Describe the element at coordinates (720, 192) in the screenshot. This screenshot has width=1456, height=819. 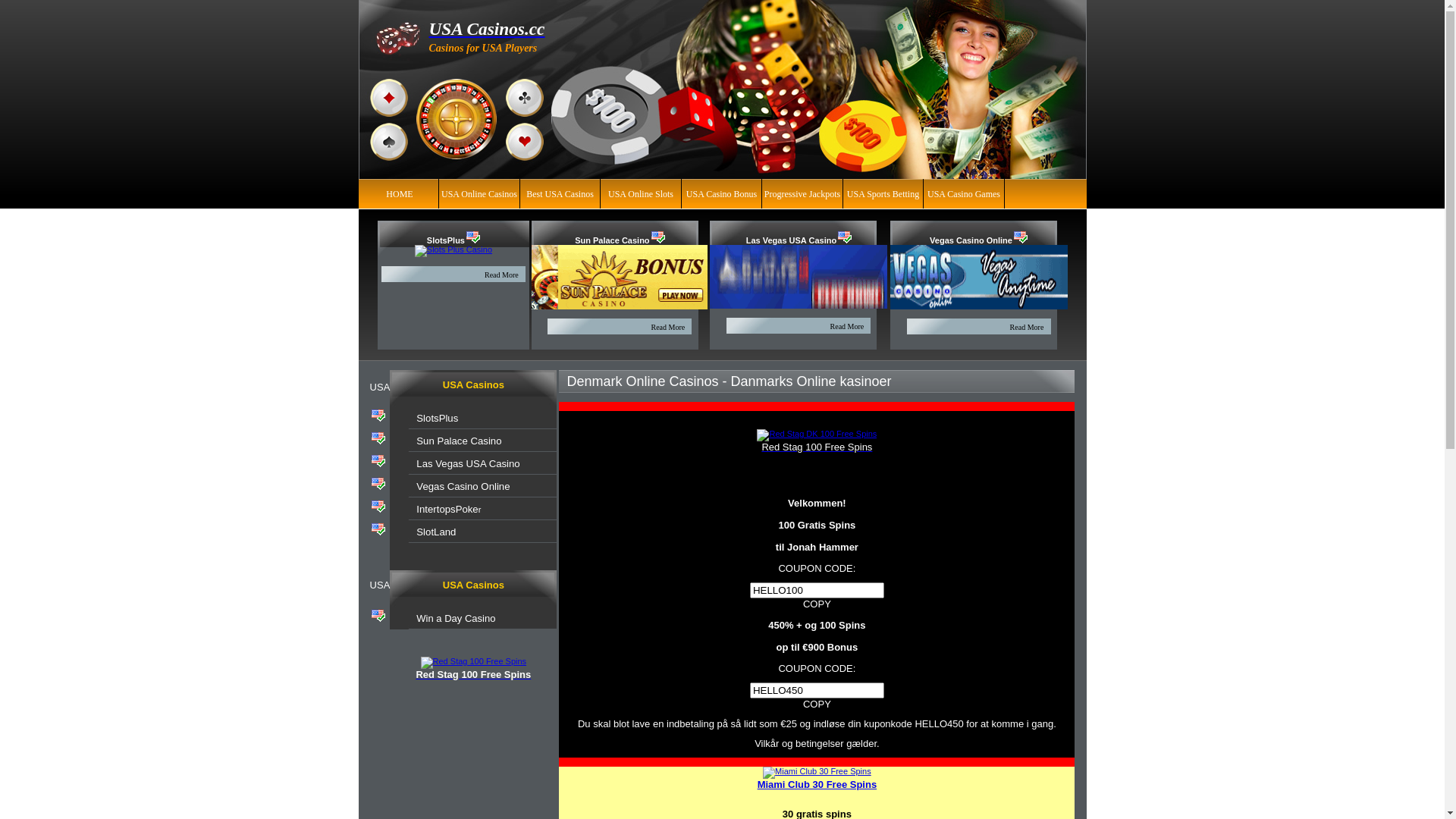
I see `'USA Casino Bonus'` at that location.